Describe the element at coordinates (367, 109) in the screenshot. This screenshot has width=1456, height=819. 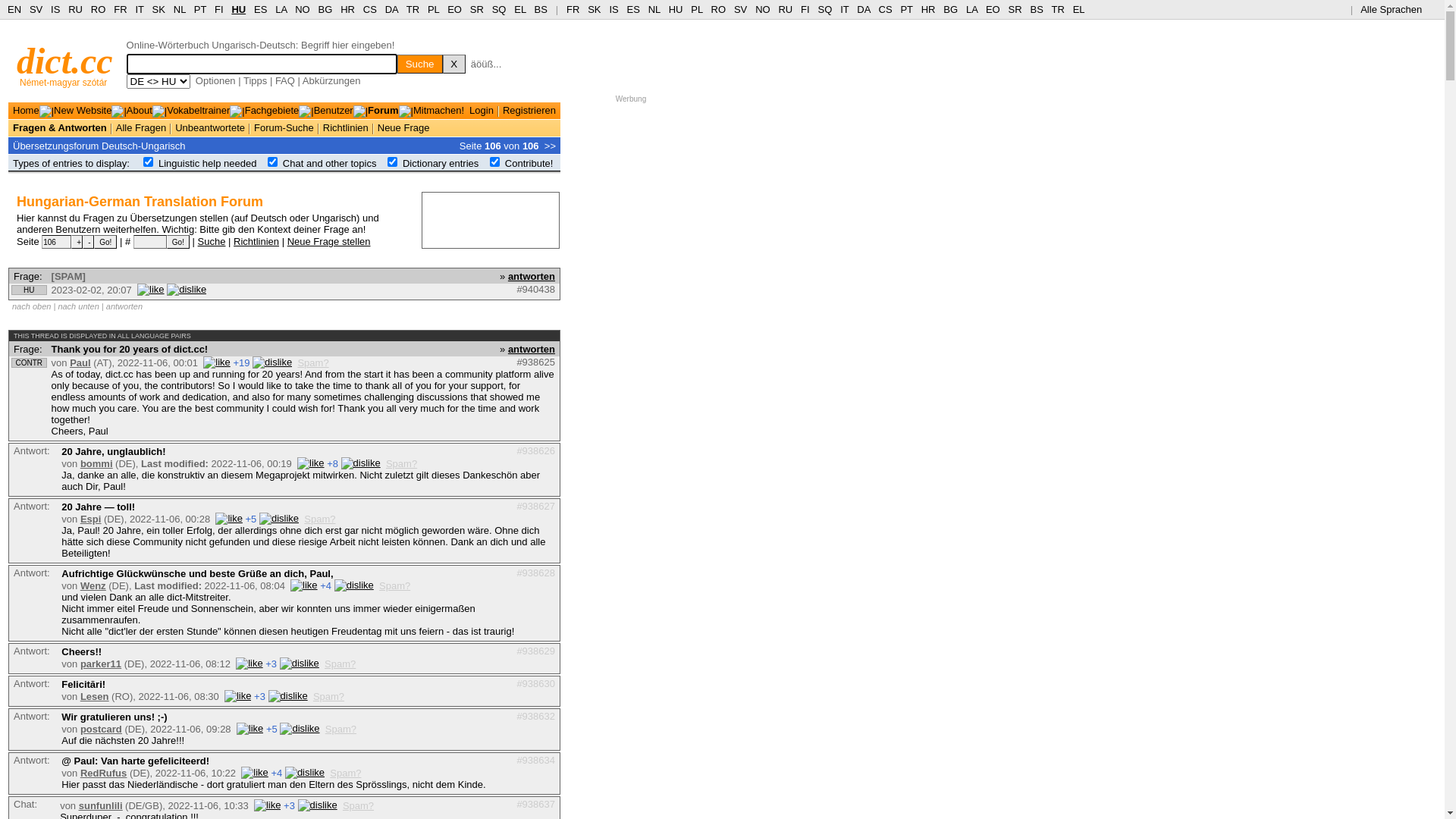
I see `'Forum'` at that location.